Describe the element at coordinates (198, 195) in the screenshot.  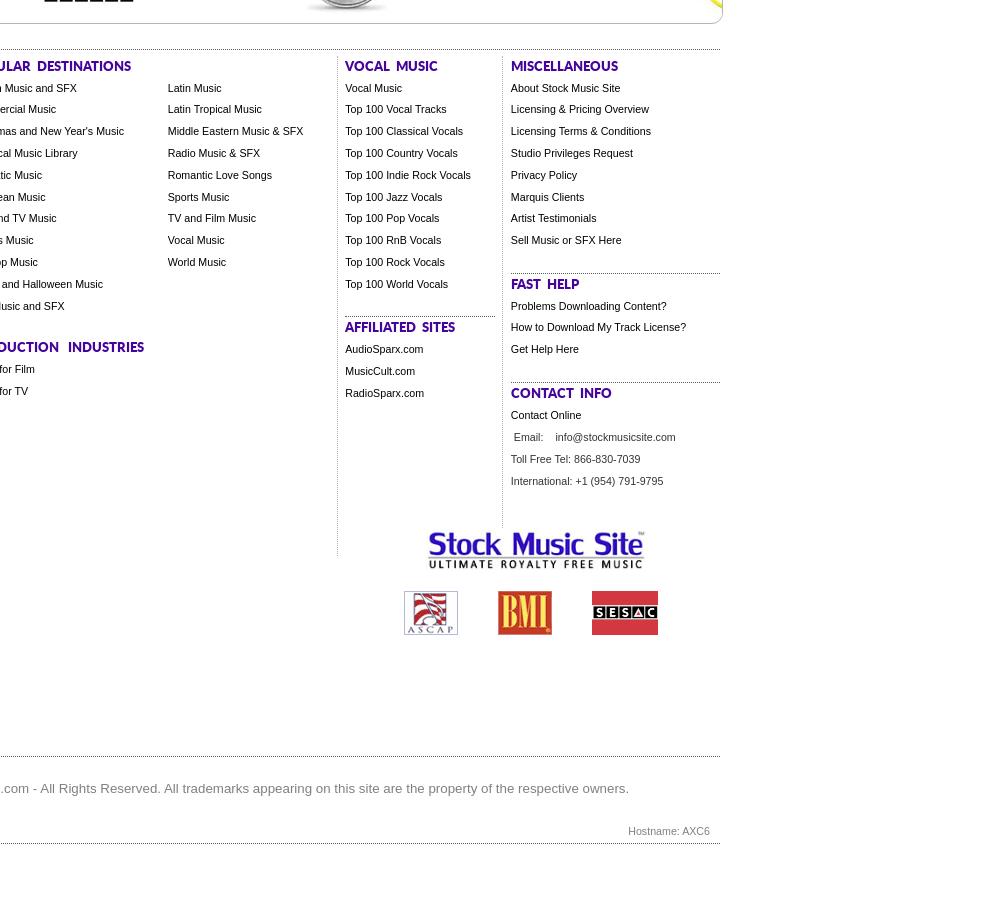
I see `'Sports Music'` at that location.